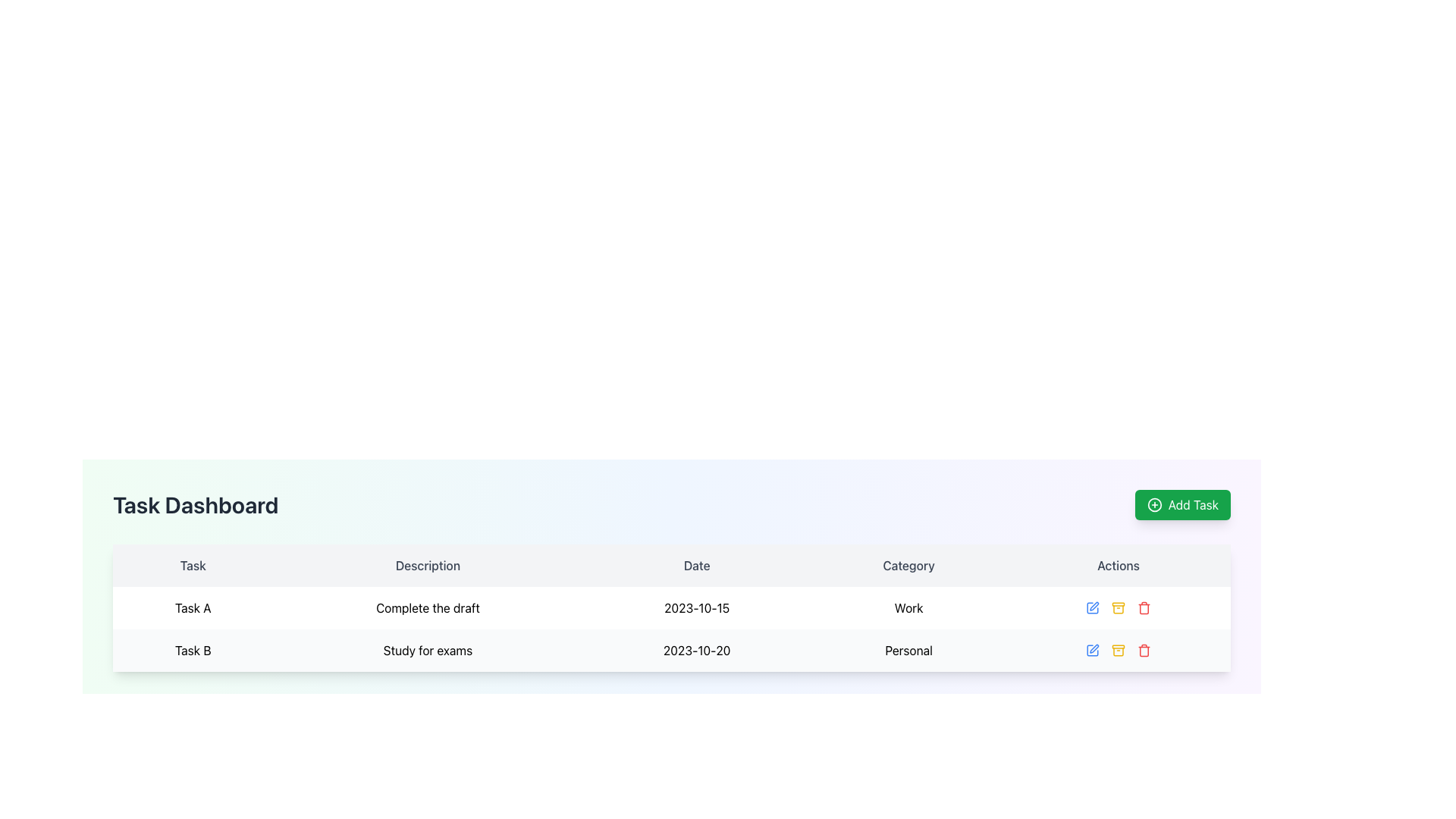 The image size is (1456, 819). What do you see at coordinates (192, 565) in the screenshot?
I see `the header label for the tasks column in the table, located at the top-left corner above 'Task A'` at bounding box center [192, 565].